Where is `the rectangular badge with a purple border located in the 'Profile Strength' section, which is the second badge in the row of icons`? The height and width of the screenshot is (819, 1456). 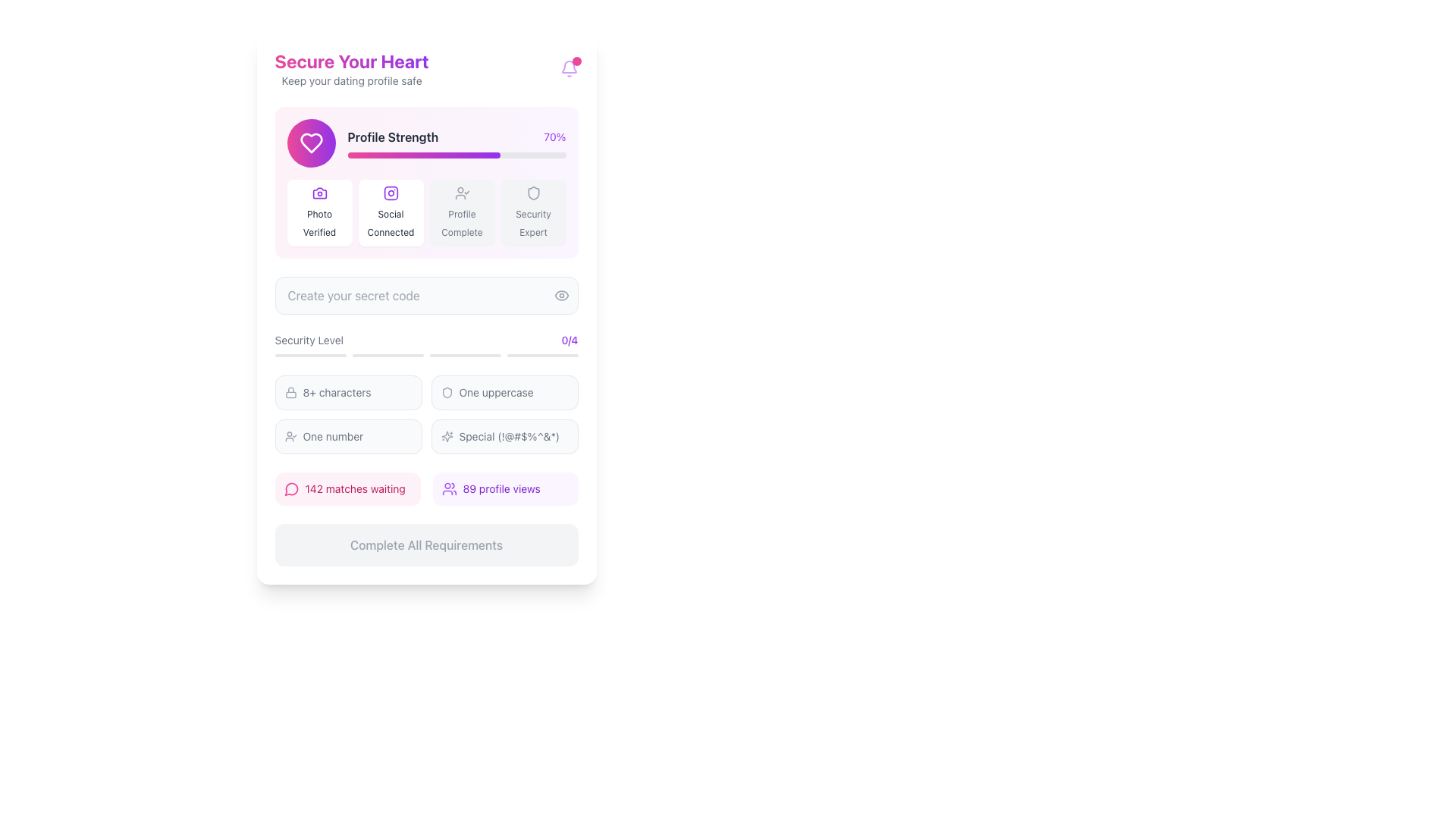 the rectangular badge with a purple border located in the 'Profile Strength' section, which is the second badge in the row of icons is located at coordinates (391, 192).